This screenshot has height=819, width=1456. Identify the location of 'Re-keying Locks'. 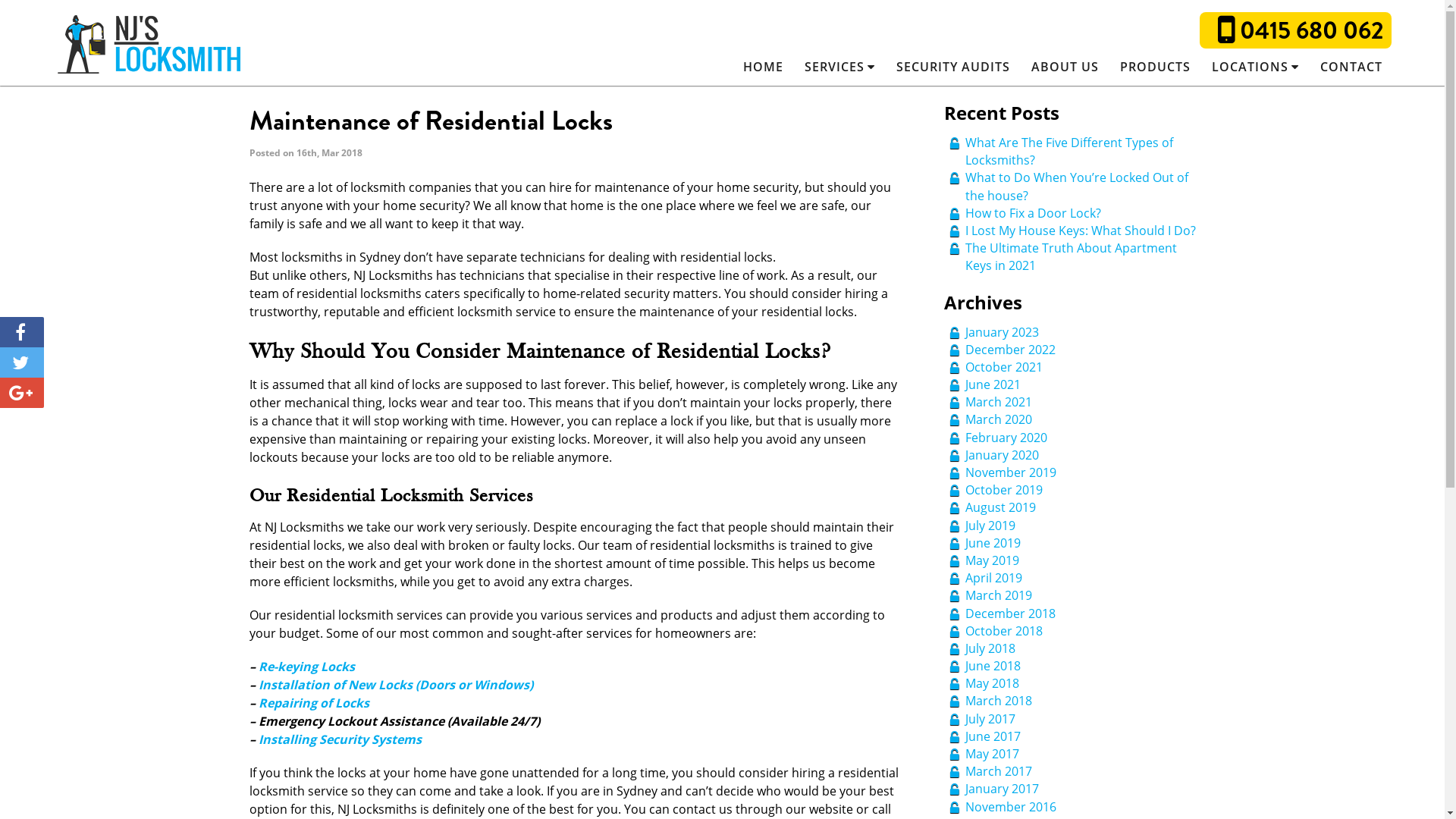
(305, 666).